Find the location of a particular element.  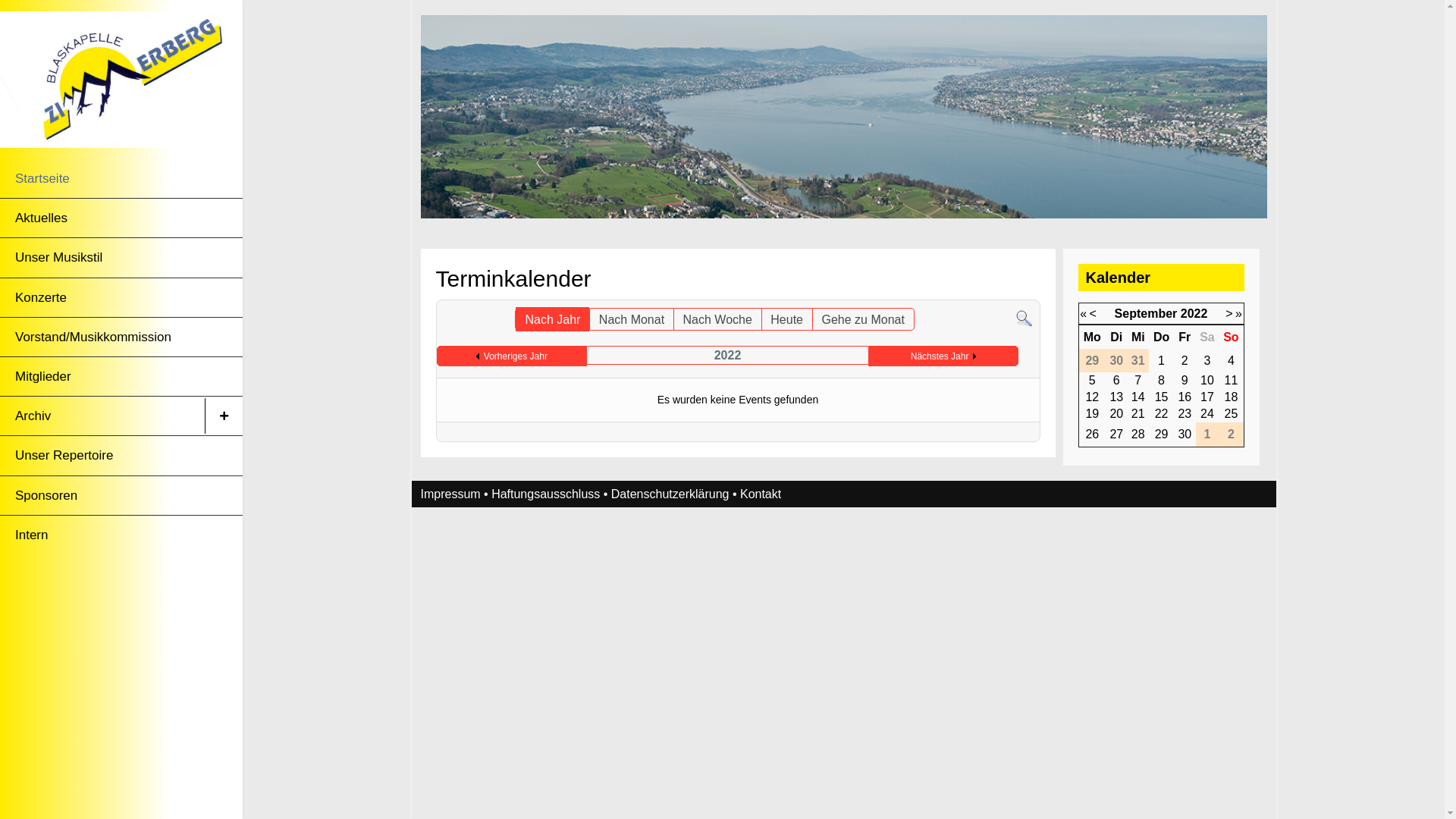

'13' is located at coordinates (1116, 396).